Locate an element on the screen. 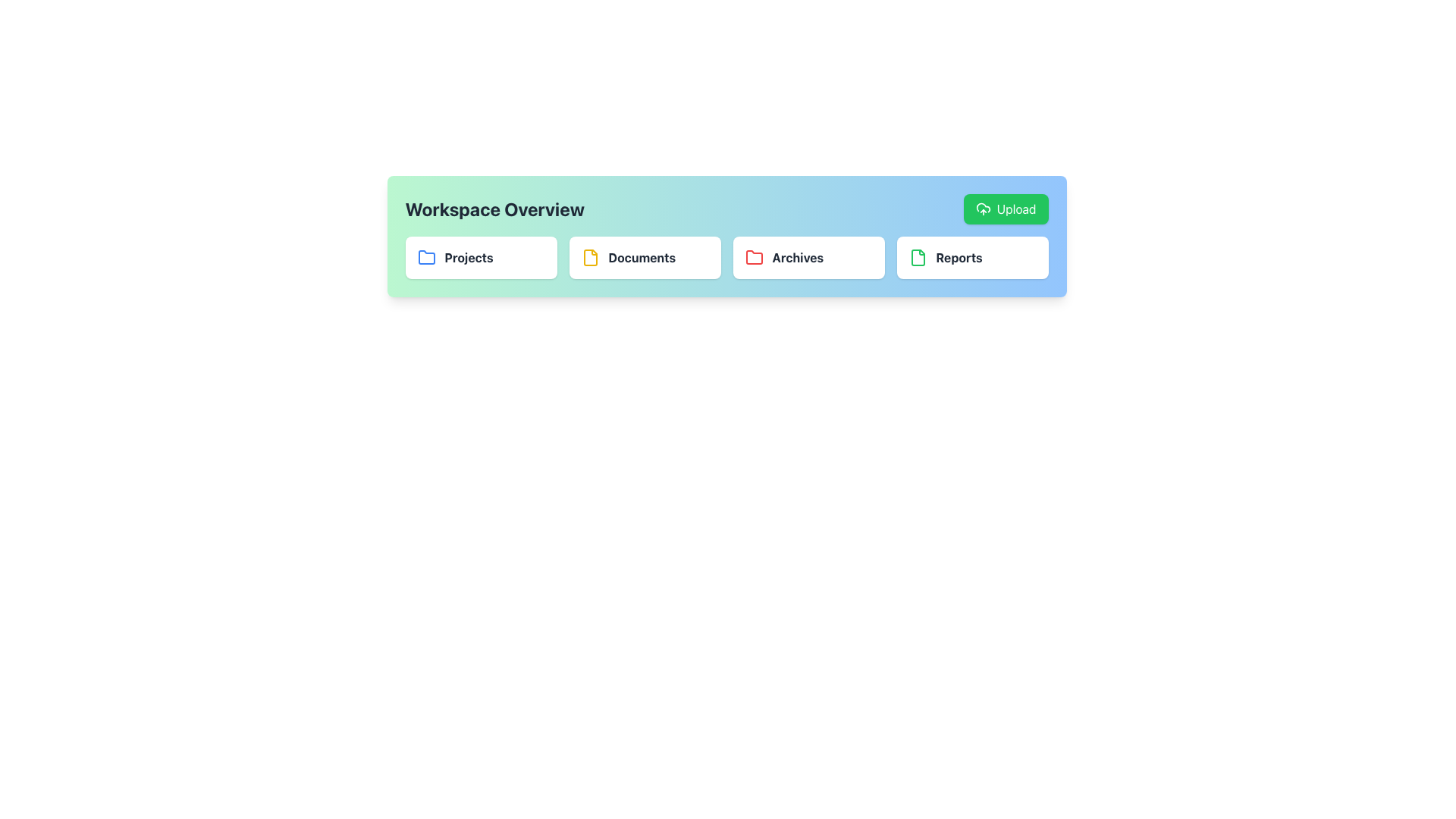 The width and height of the screenshot is (1456, 819). the small cloud-shaped icon with an upwards arrow inside a green button labeled 'Upload' located at the top-right corner of the toolbar is located at coordinates (983, 209).